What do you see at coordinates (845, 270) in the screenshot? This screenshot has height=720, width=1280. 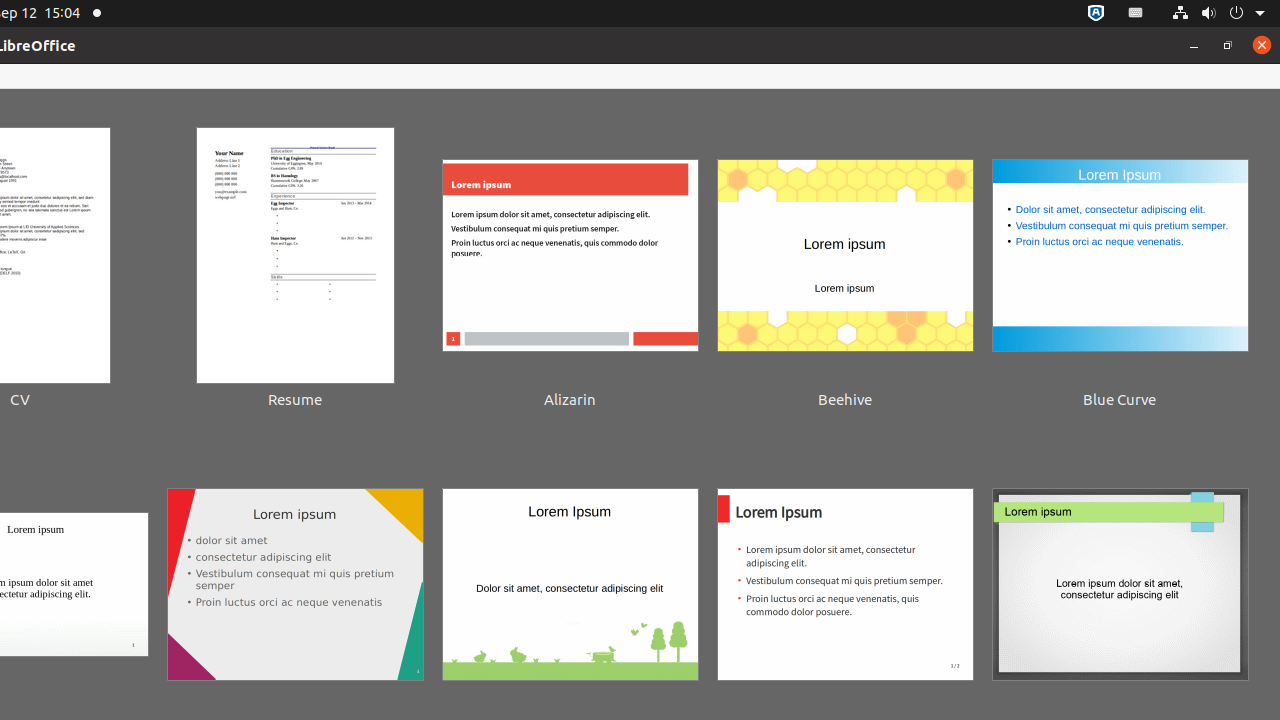 I see `'Beehive'` at bounding box center [845, 270].